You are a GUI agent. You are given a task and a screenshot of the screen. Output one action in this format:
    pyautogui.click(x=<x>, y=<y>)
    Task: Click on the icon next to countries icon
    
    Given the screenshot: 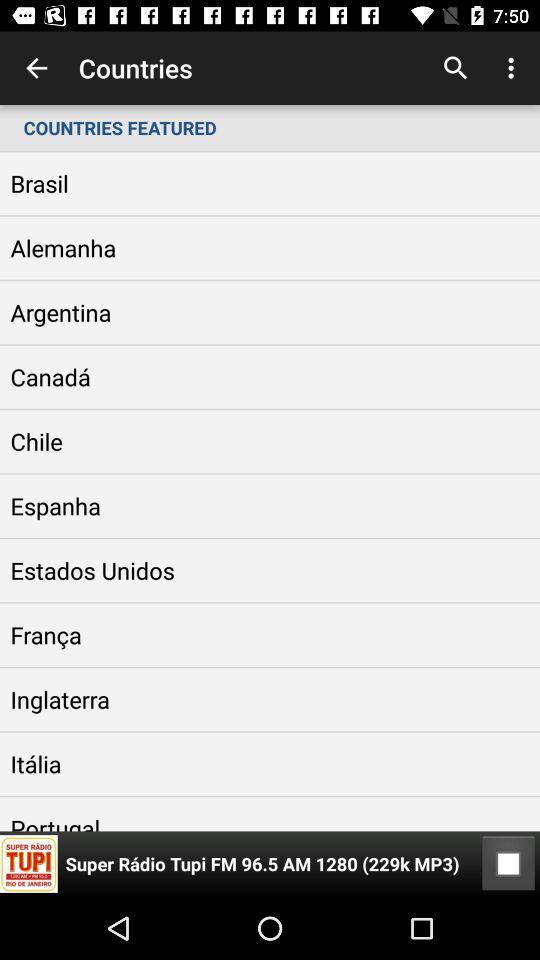 What is the action you would take?
    pyautogui.click(x=455, y=68)
    